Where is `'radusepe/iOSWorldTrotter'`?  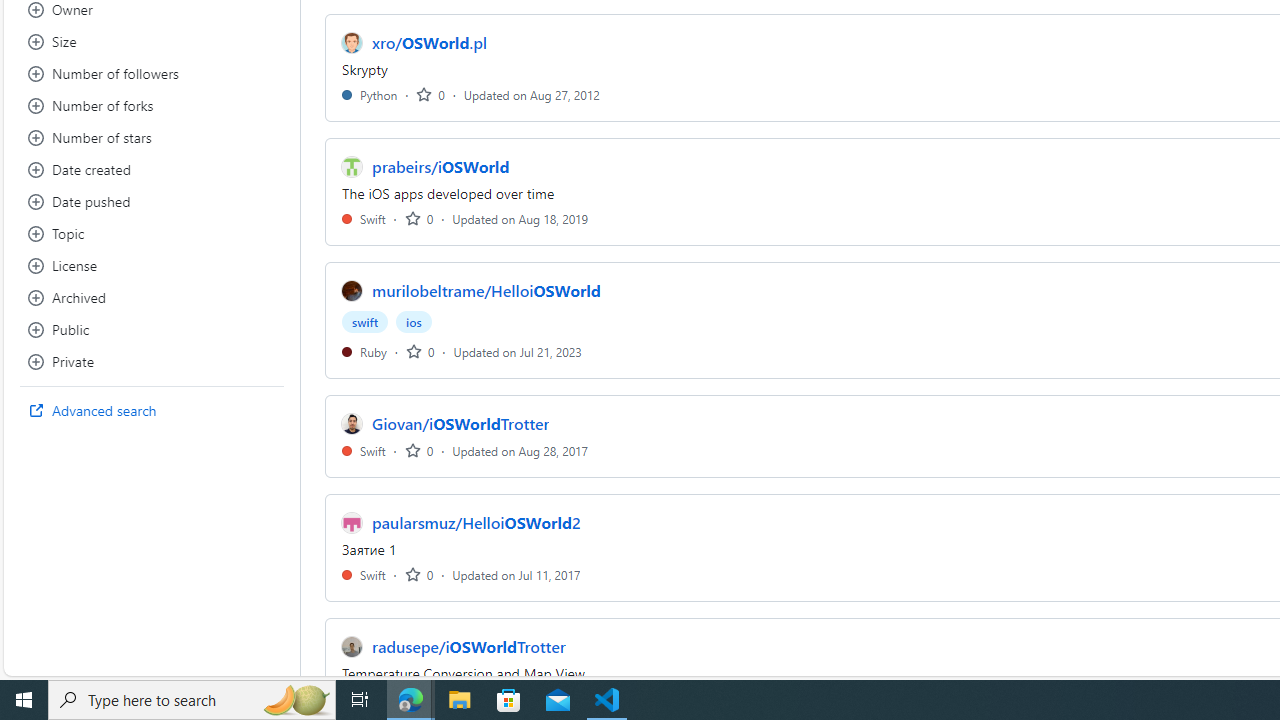
'radusepe/iOSWorldTrotter' is located at coordinates (468, 646).